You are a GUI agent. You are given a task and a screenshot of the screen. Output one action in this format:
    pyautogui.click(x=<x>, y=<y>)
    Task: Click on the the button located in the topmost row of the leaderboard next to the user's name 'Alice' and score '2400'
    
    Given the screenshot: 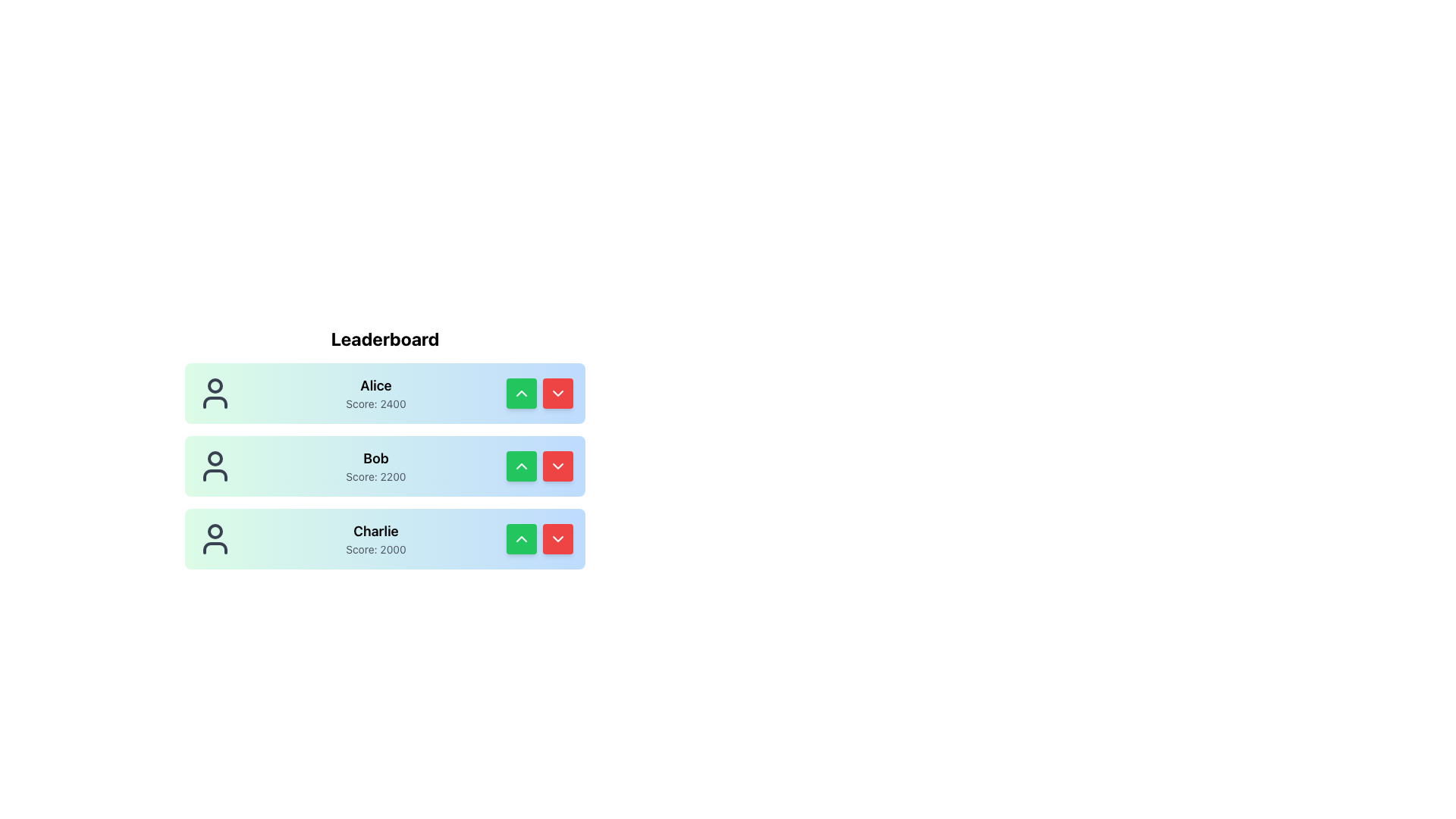 What is the action you would take?
    pyautogui.click(x=521, y=393)
    